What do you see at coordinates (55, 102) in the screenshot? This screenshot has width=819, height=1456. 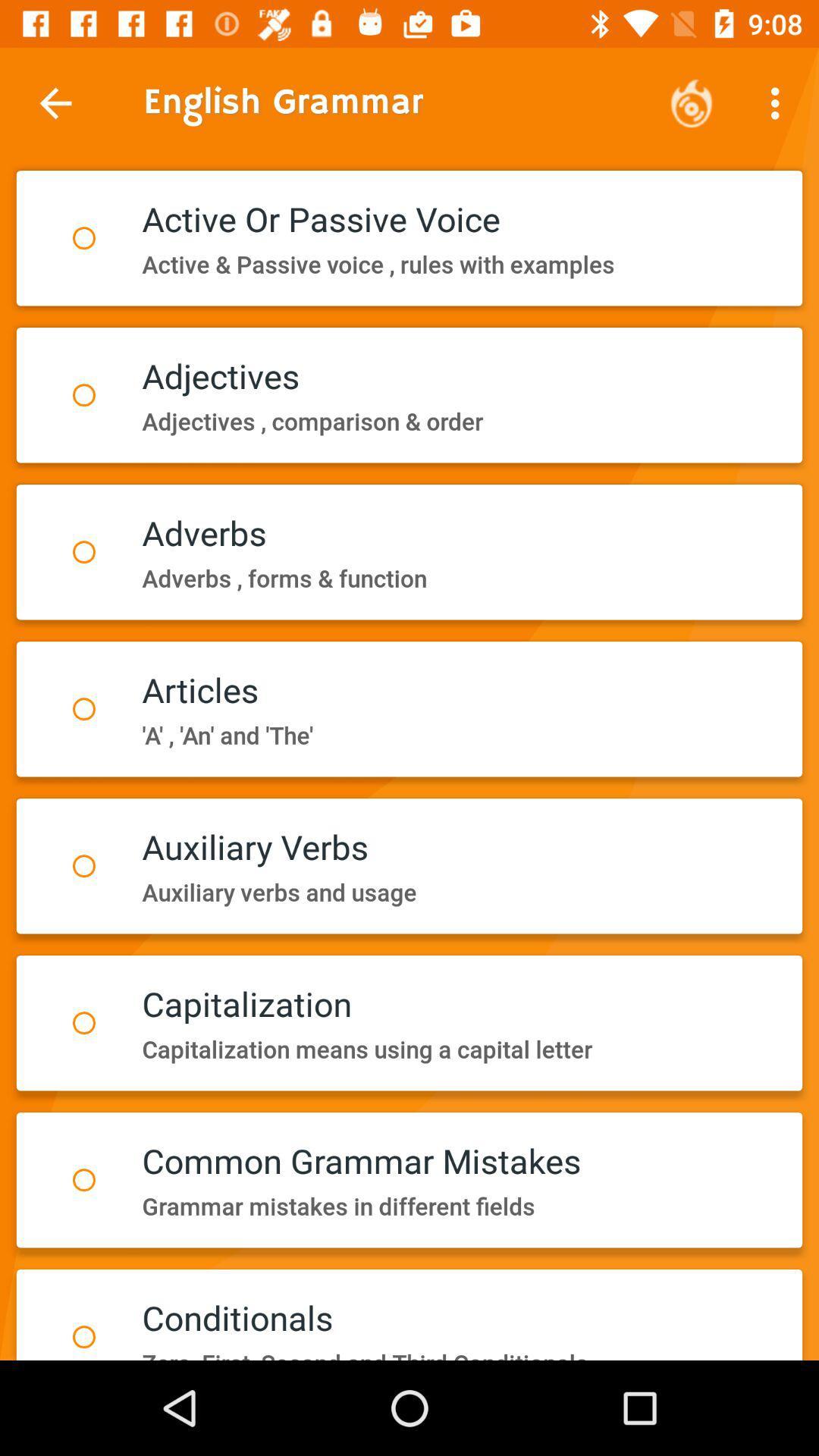 I see `the item to the left of the english grammar icon` at bounding box center [55, 102].